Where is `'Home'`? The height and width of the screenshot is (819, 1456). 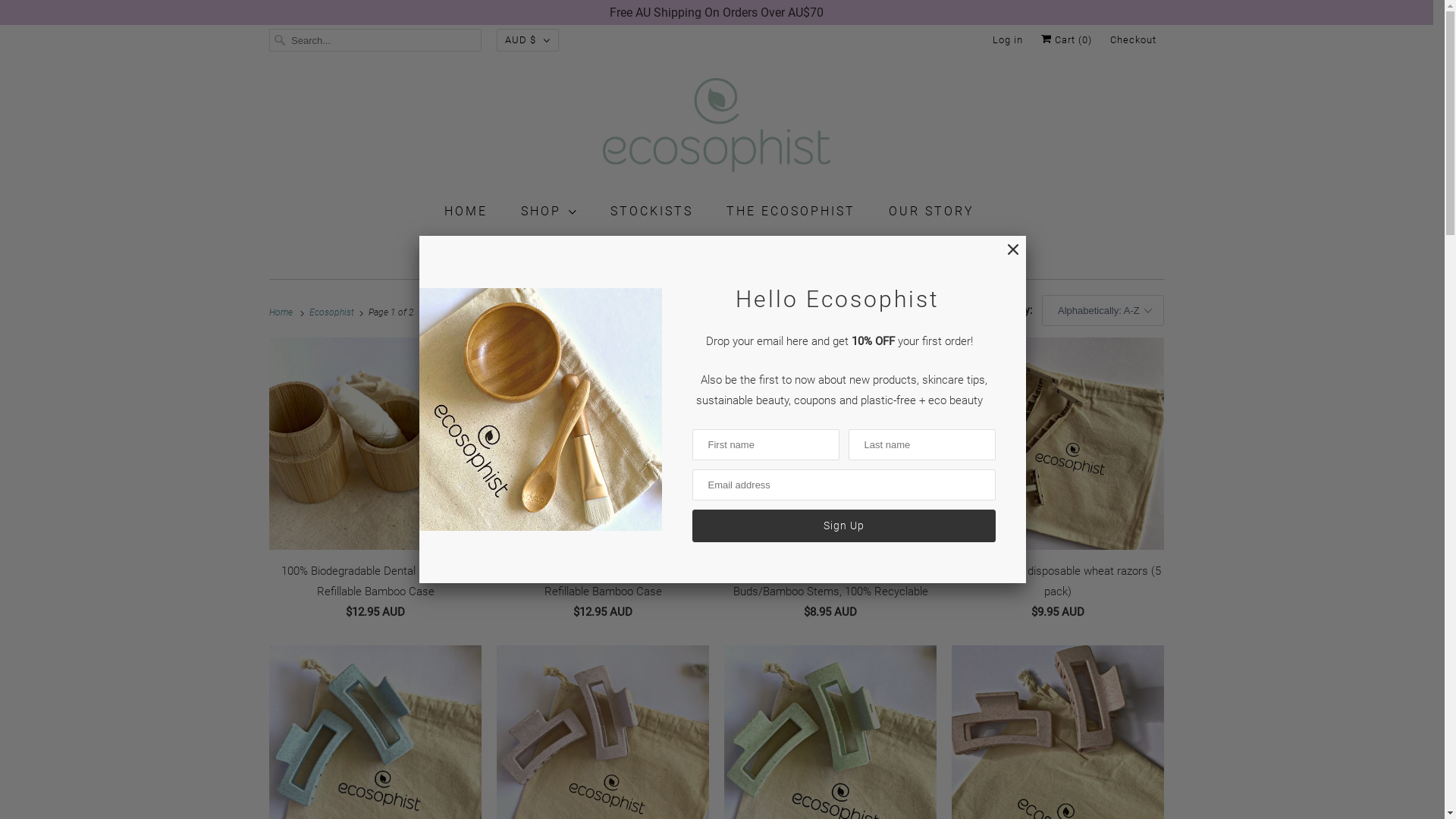 'Home' is located at coordinates (283, 312).